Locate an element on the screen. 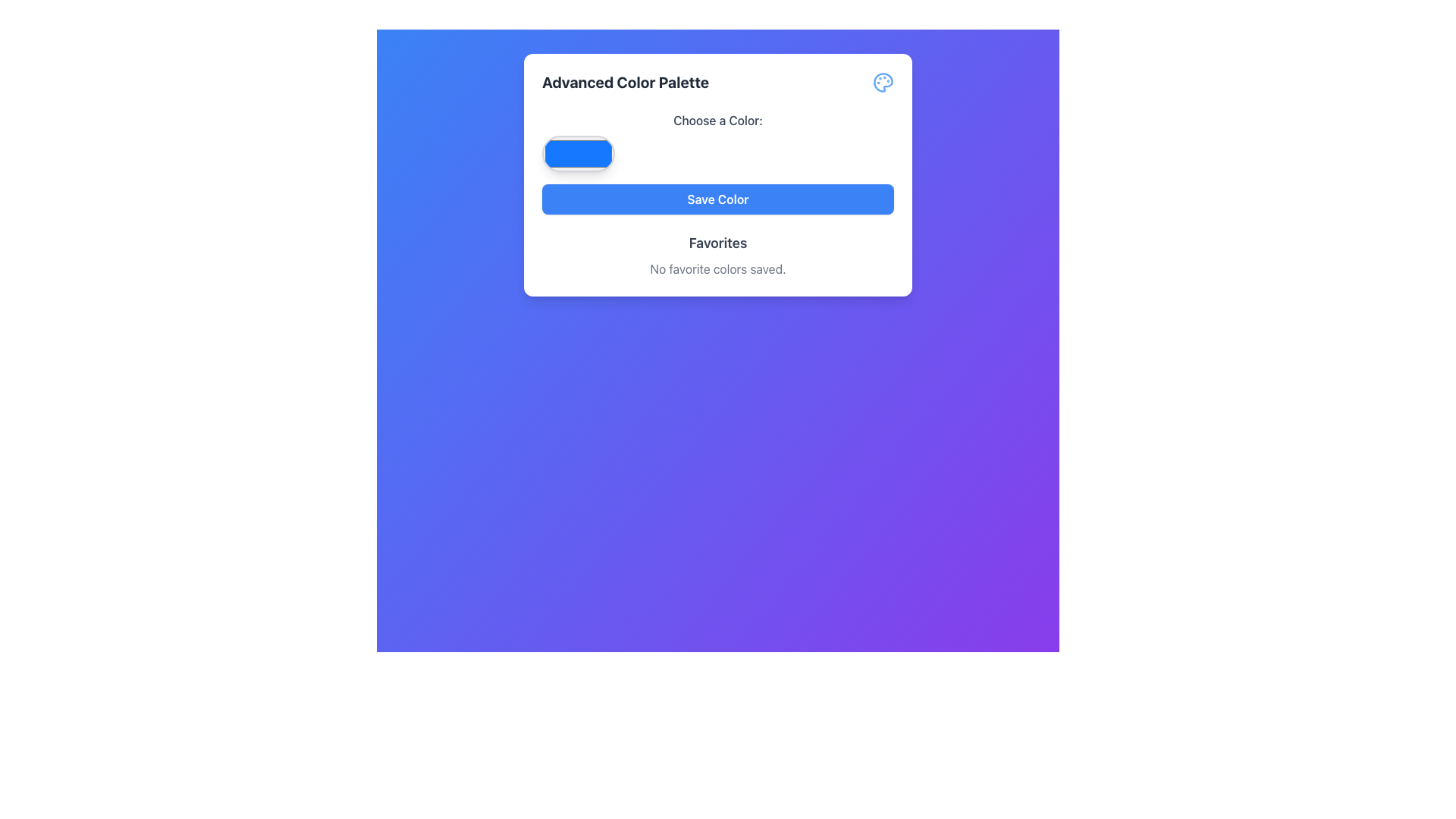 The width and height of the screenshot is (1456, 819). the 'Save Color' button located in the middle section of the 'Advanced Color Palette' panel is located at coordinates (717, 198).